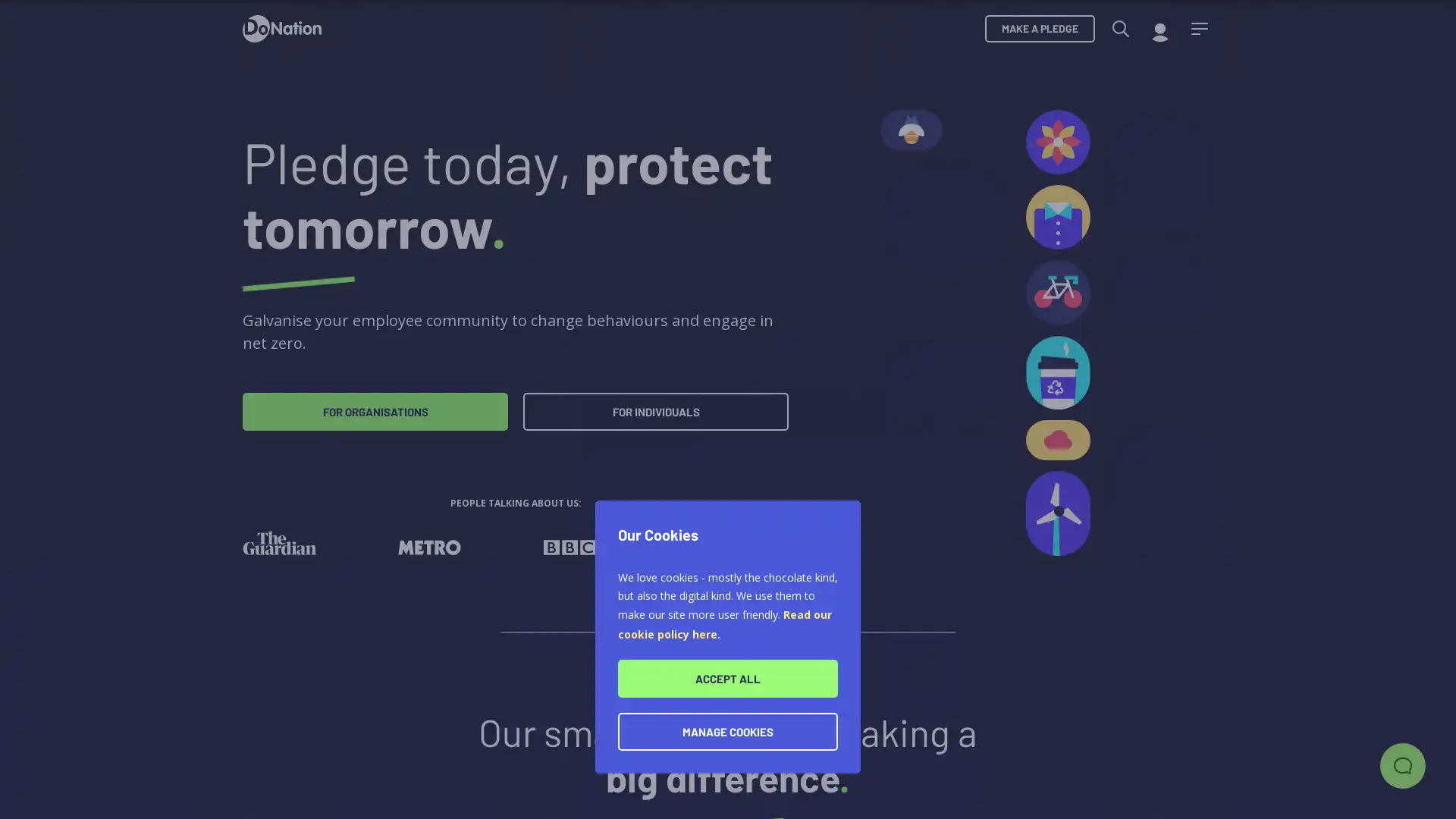 This screenshot has width=1456, height=819. I want to click on My account, so click(1159, 29).